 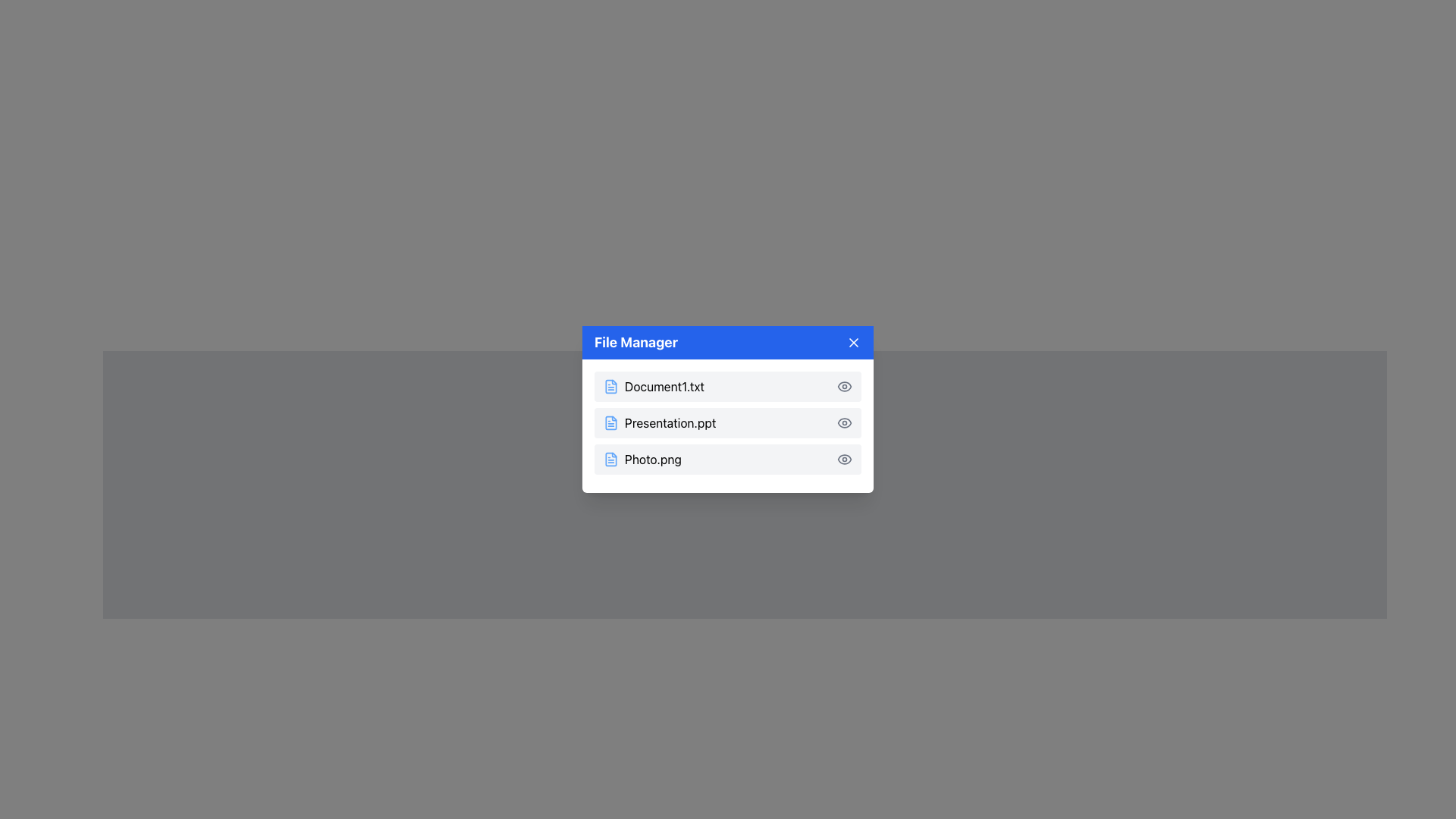 What do you see at coordinates (854, 342) in the screenshot?
I see `the white 'X' icon button styled in a blue square located at the top-right corner of the 'File Manager' window header` at bounding box center [854, 342].